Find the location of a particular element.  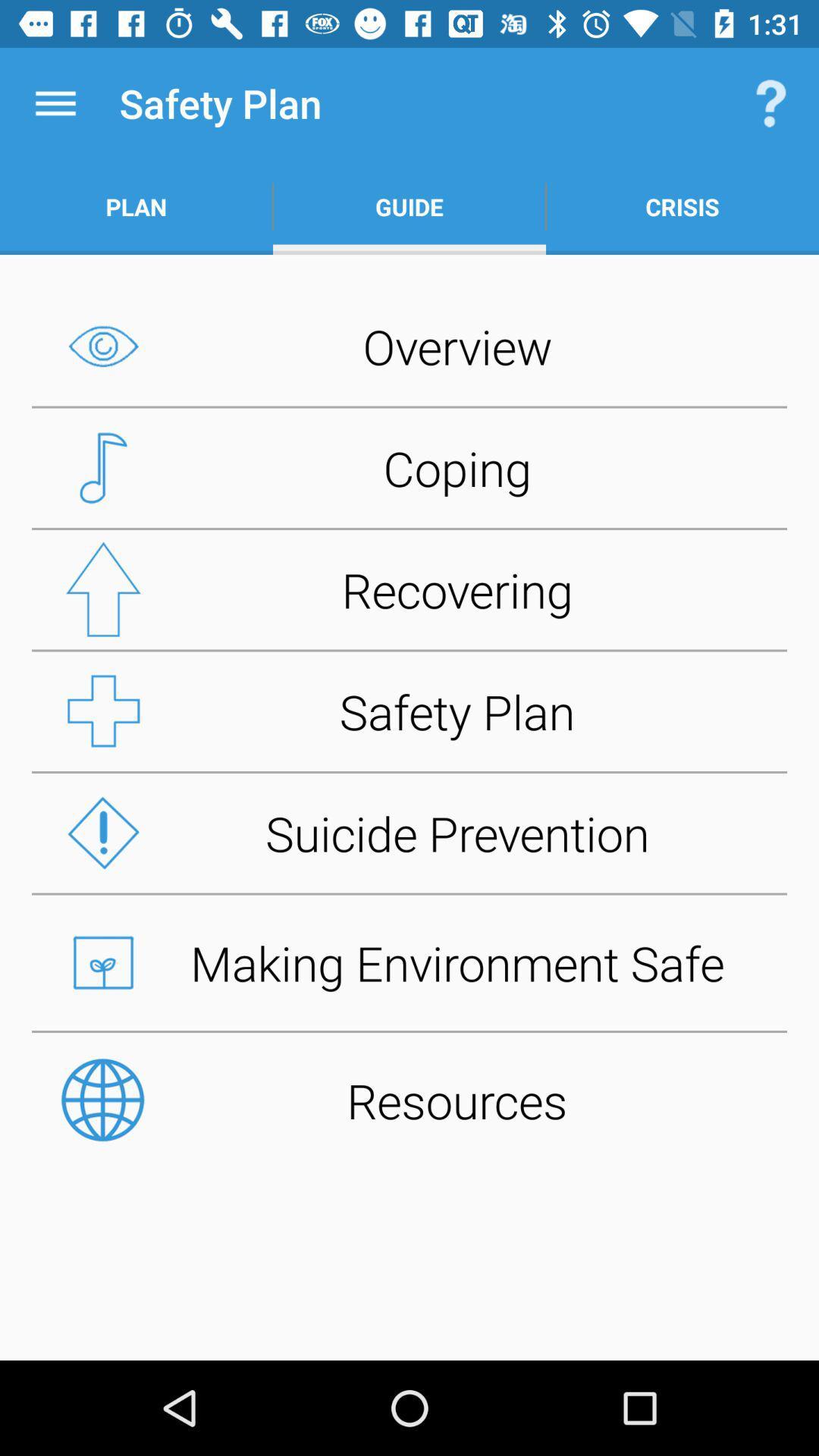

recovering is located at coordinates (409, 588).